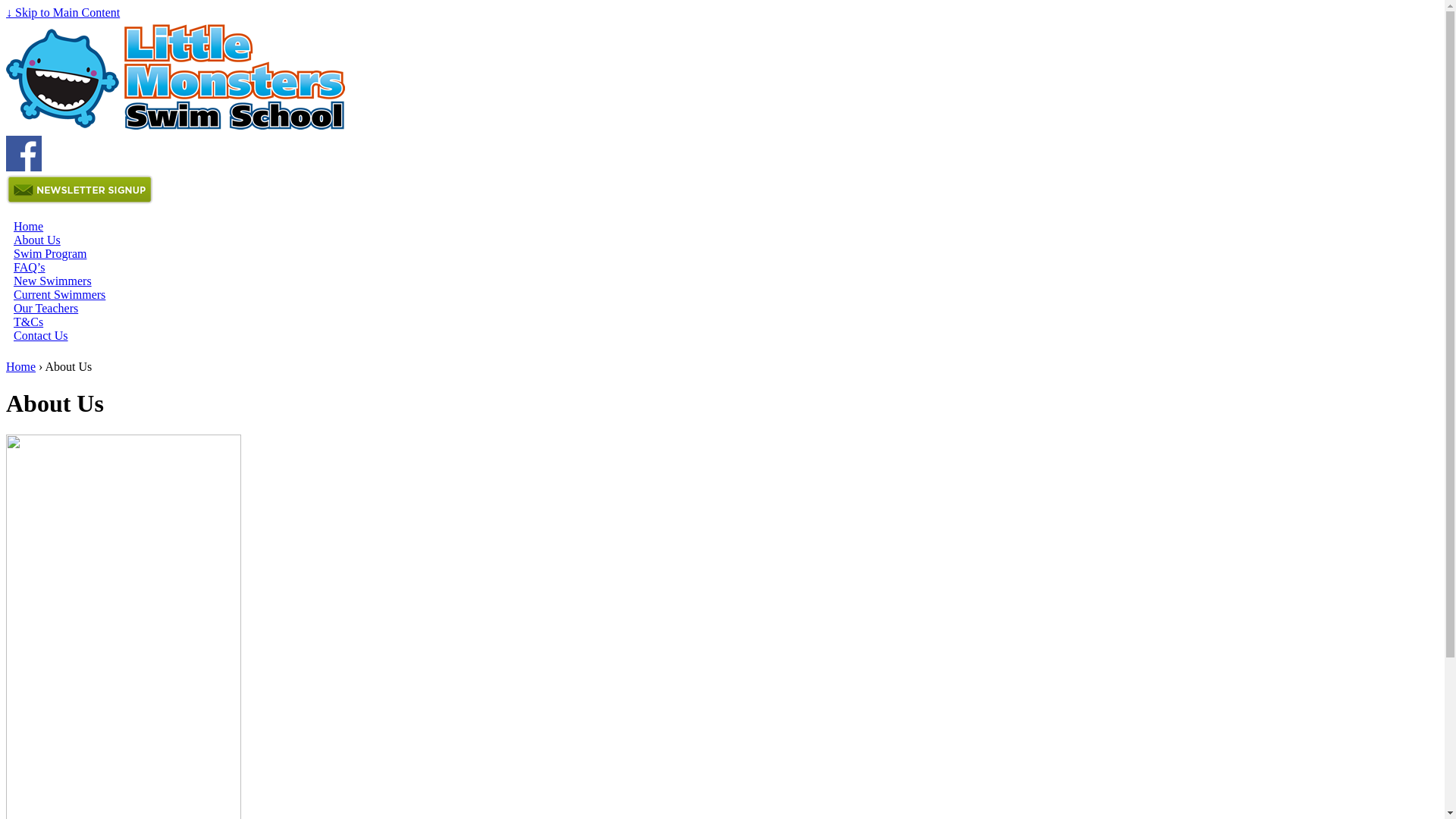 The image size is (1456, 819). What do you see at coordinates (36, 239) in the screenshot?
I see `'About Us'` at bounding box center [36, 239].